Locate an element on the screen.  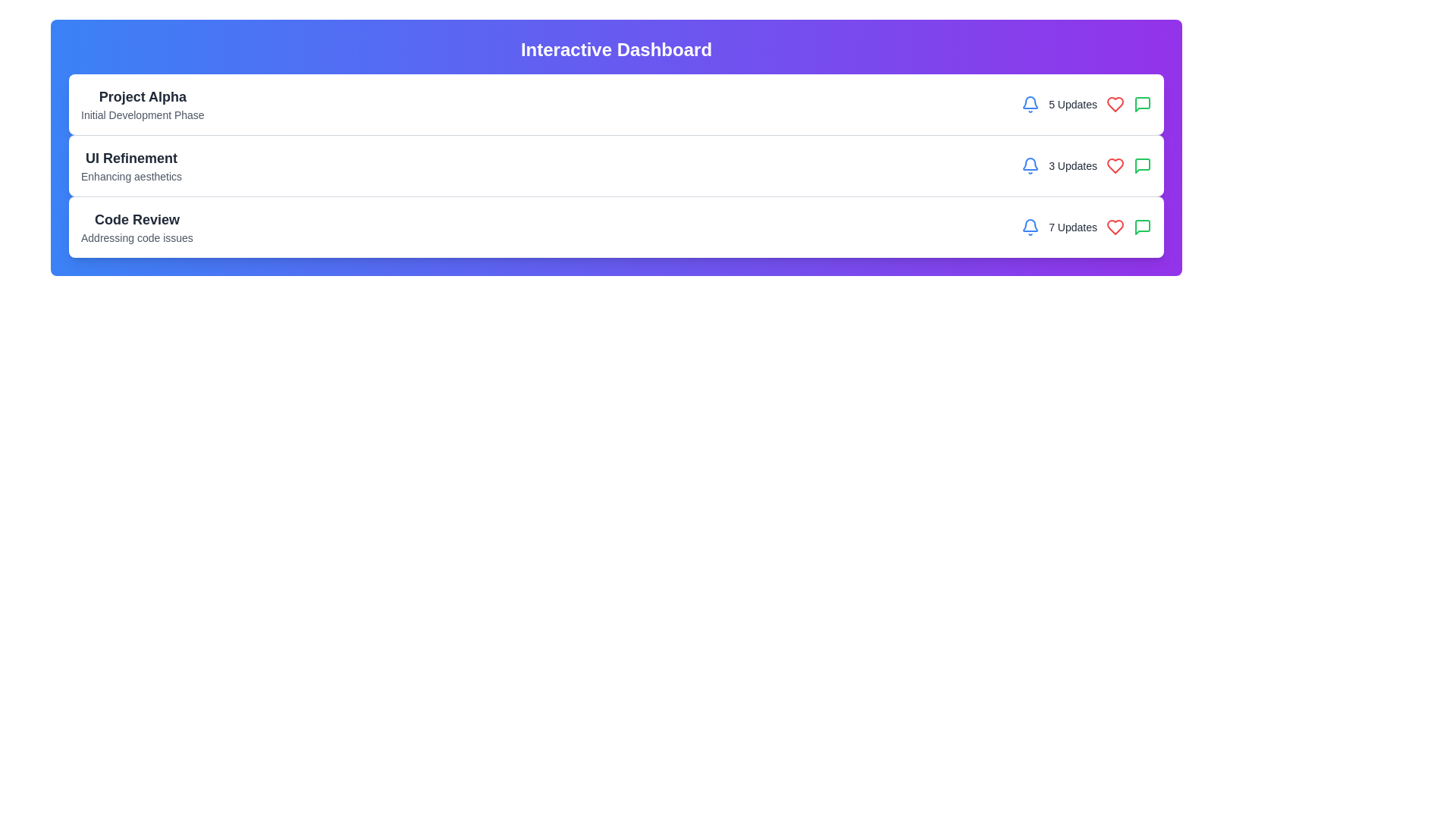
the heart icon that indicates a 'favorite' or 'like' feature, located in the rightmost section of the third row, directly to the right of '7 Updates' is located at coordinates (1115, 227).